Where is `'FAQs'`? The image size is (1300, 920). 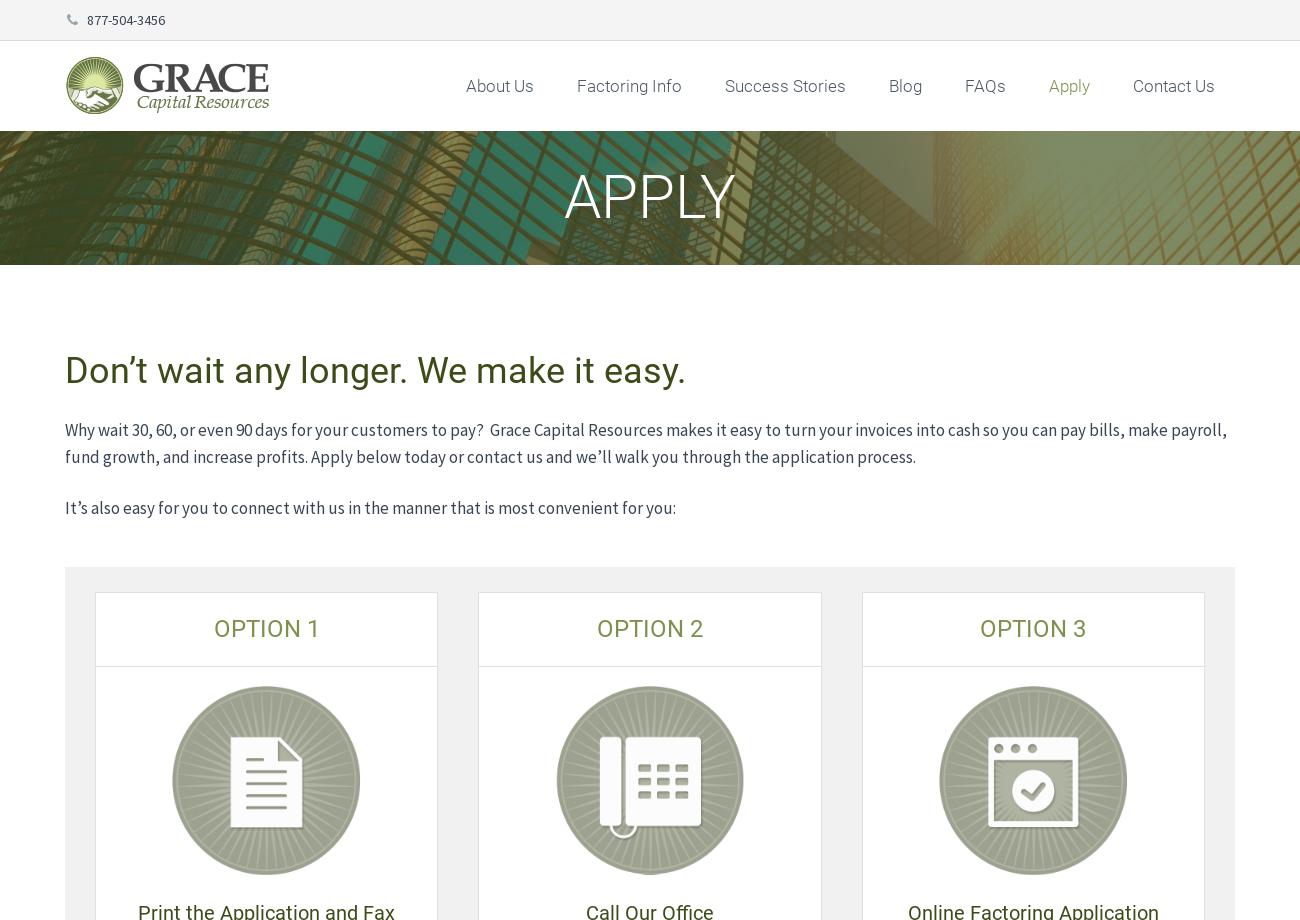
'FAQs' is located at coordinates (984, 86).